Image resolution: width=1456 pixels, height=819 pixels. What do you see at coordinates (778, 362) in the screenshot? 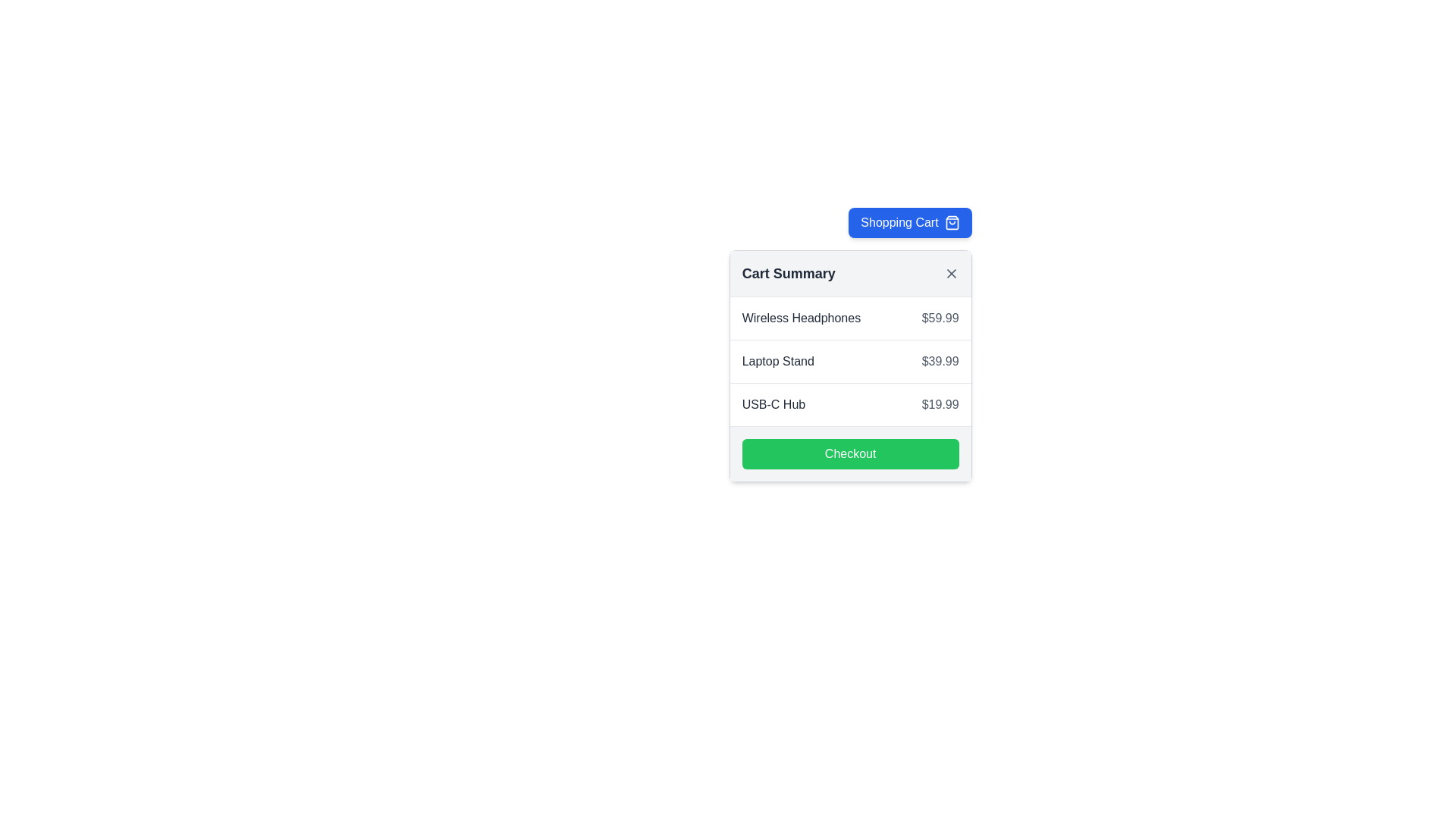
I see `the text label indicating the name of the product 'Laptop Stand' in the shopping cart` at bounding box center [778, 362].